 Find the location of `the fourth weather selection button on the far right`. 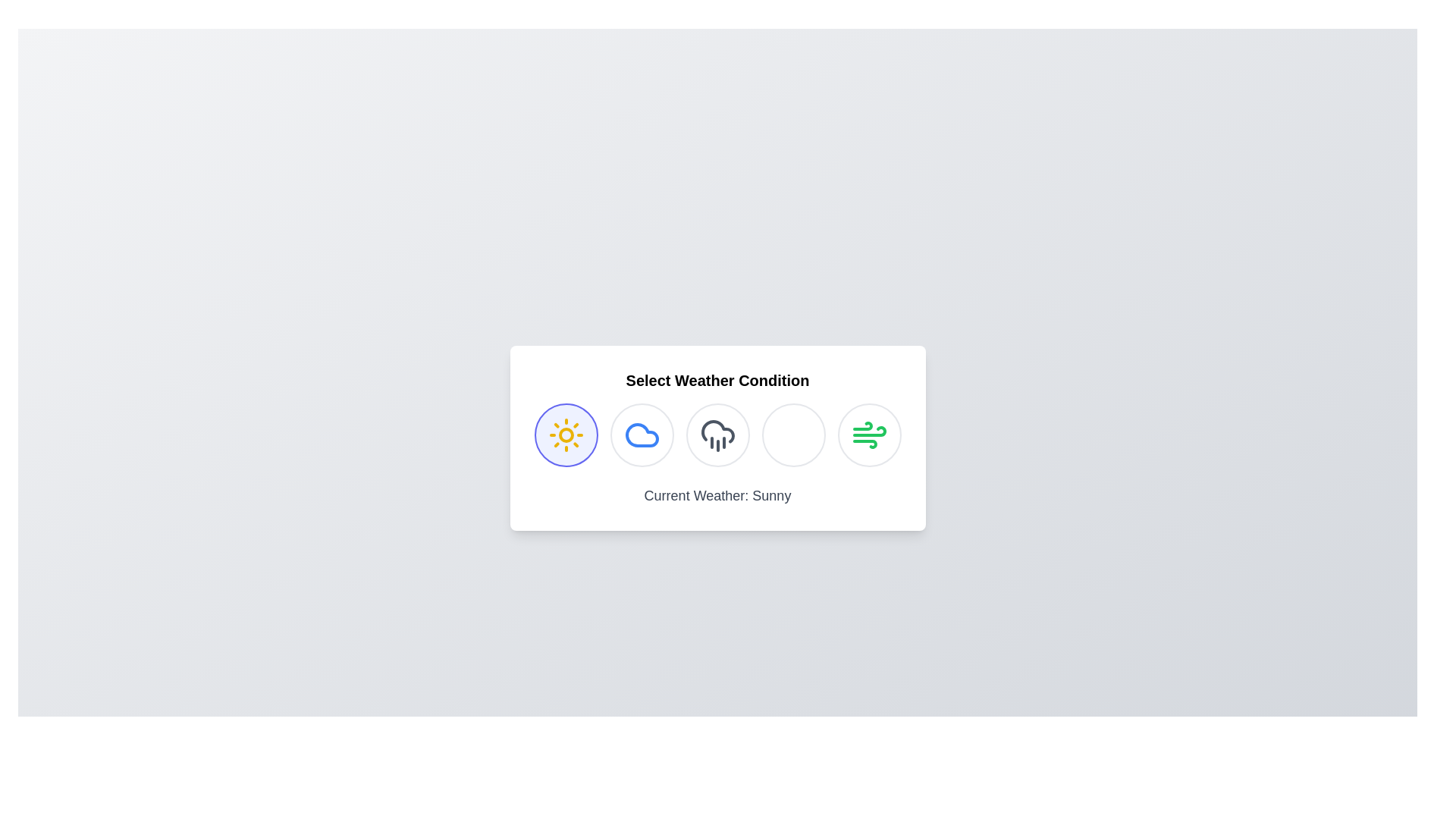

the fourth weather selection button on the far right is located at coordinates (869, 435).